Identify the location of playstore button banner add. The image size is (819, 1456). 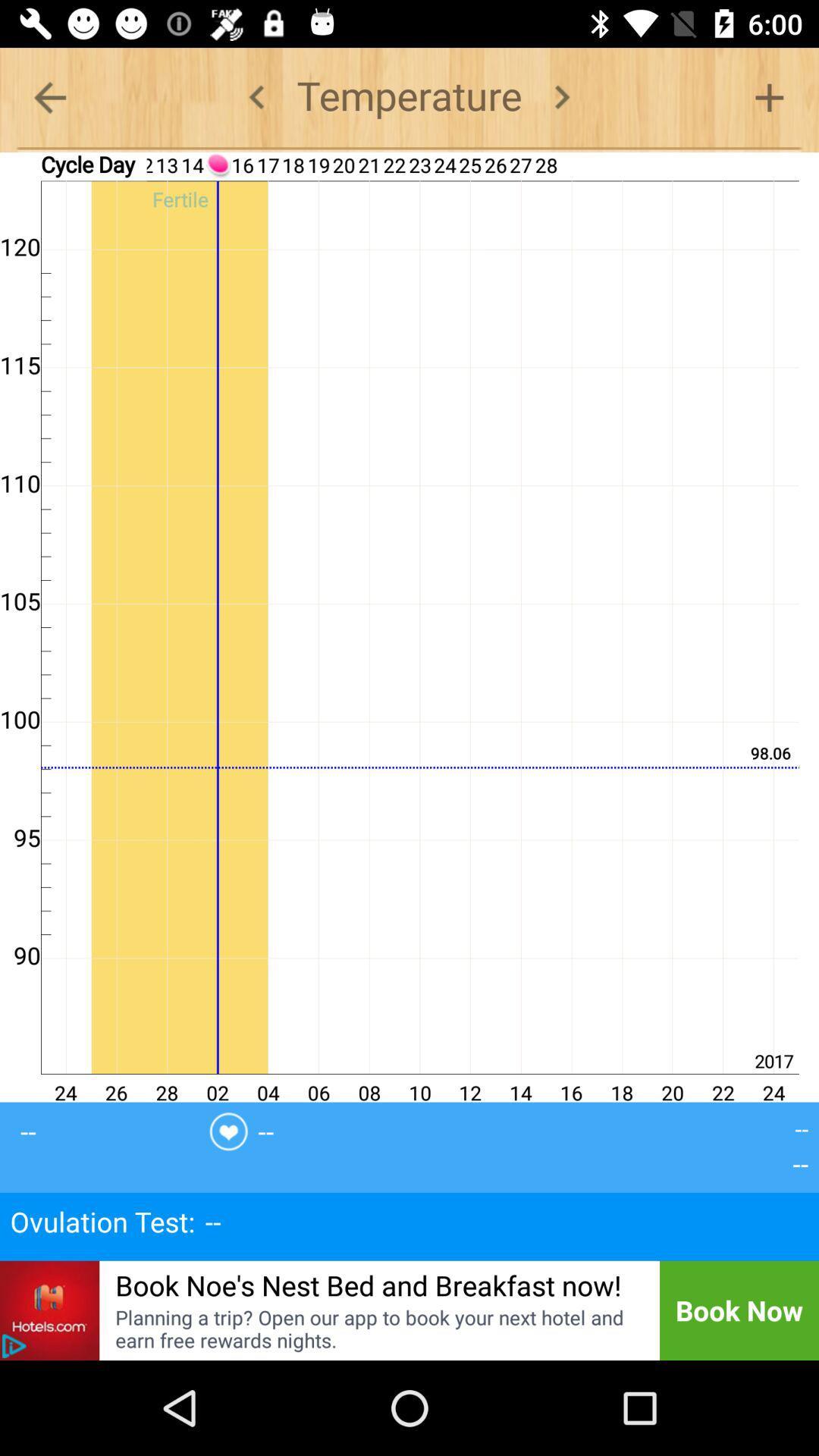
(14, 1346).